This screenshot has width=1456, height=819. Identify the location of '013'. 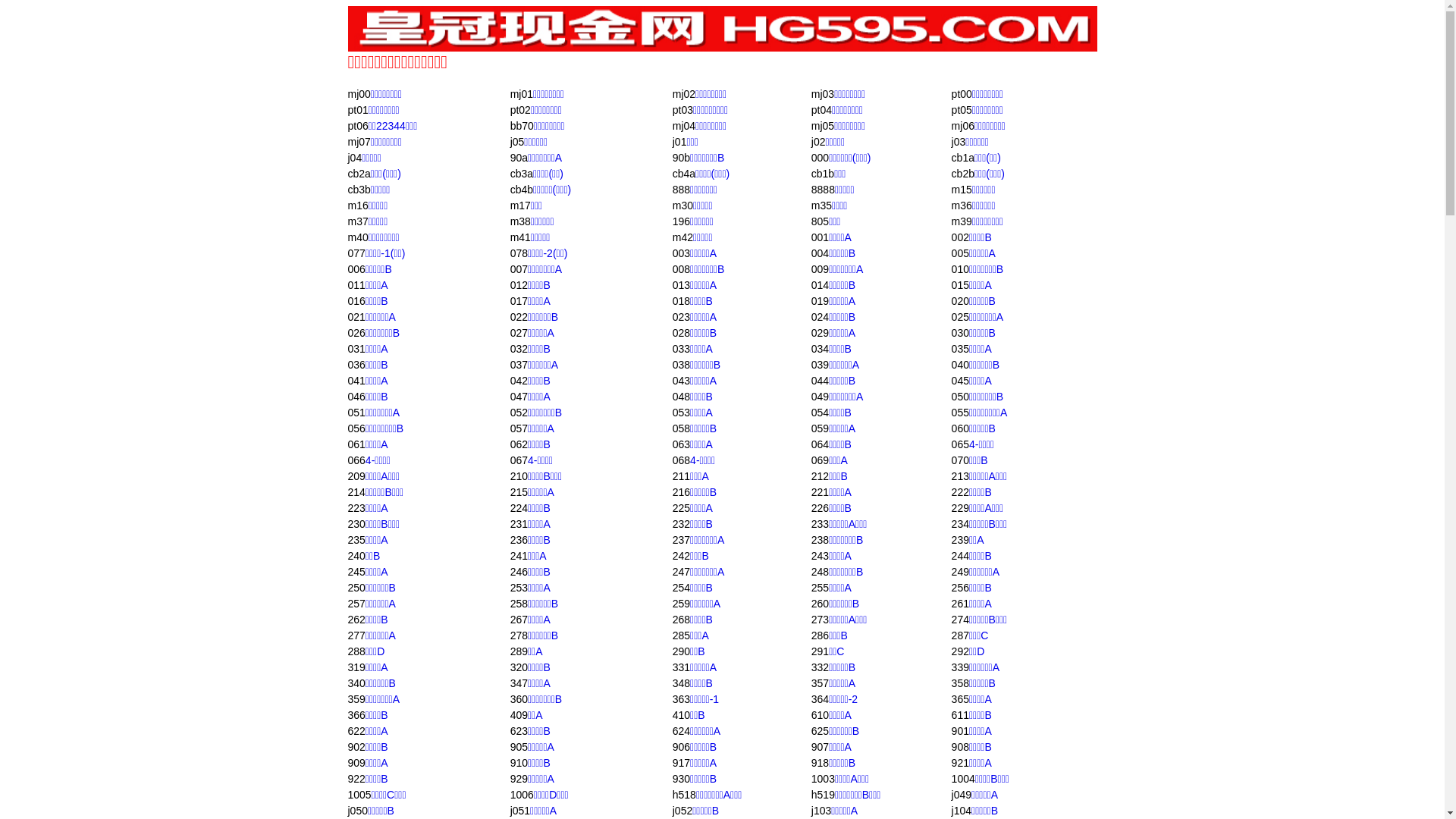
(680, 284).